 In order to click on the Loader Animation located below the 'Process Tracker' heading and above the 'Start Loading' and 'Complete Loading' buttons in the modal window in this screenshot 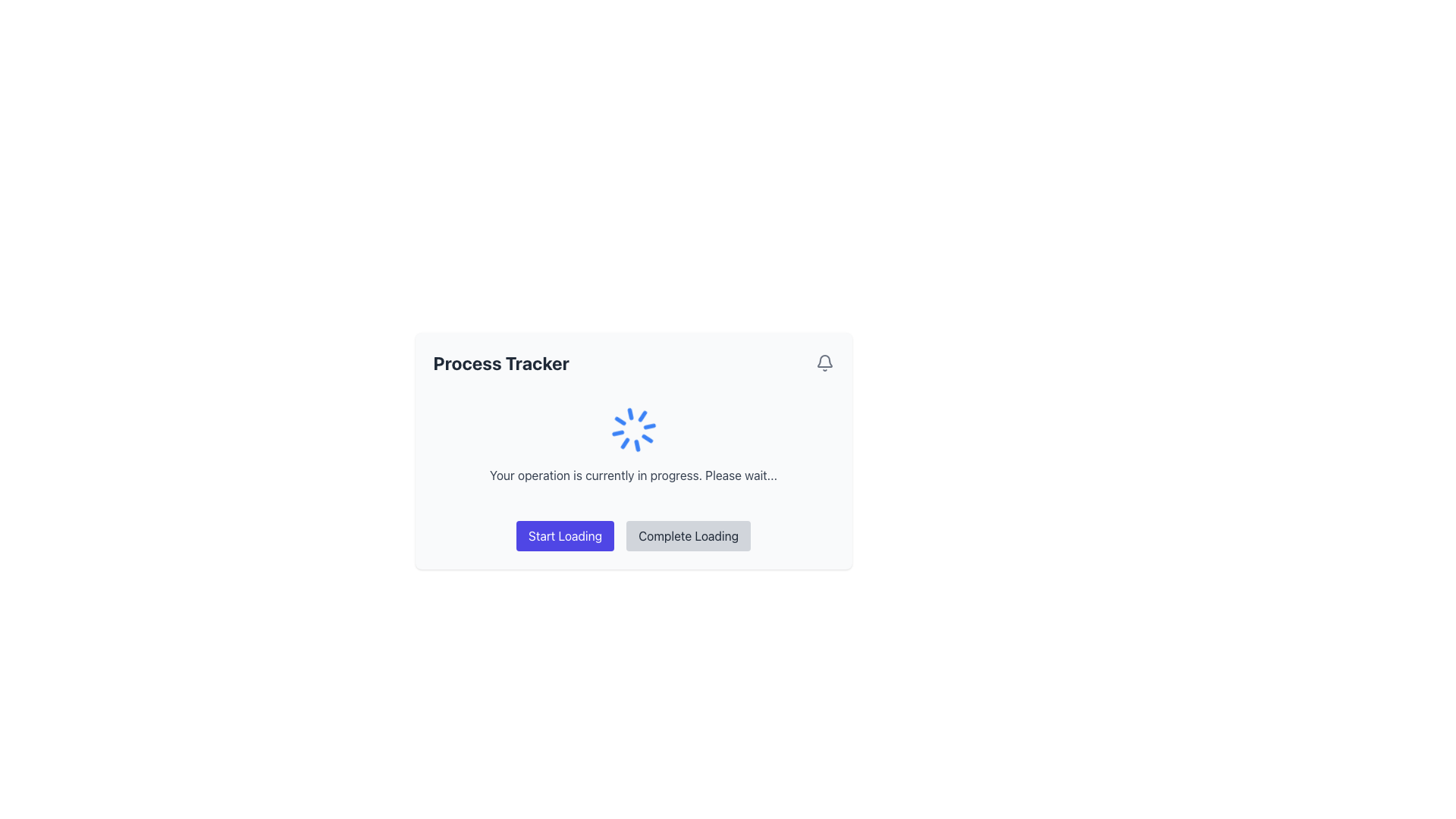, I will do `click(633, 450)`.